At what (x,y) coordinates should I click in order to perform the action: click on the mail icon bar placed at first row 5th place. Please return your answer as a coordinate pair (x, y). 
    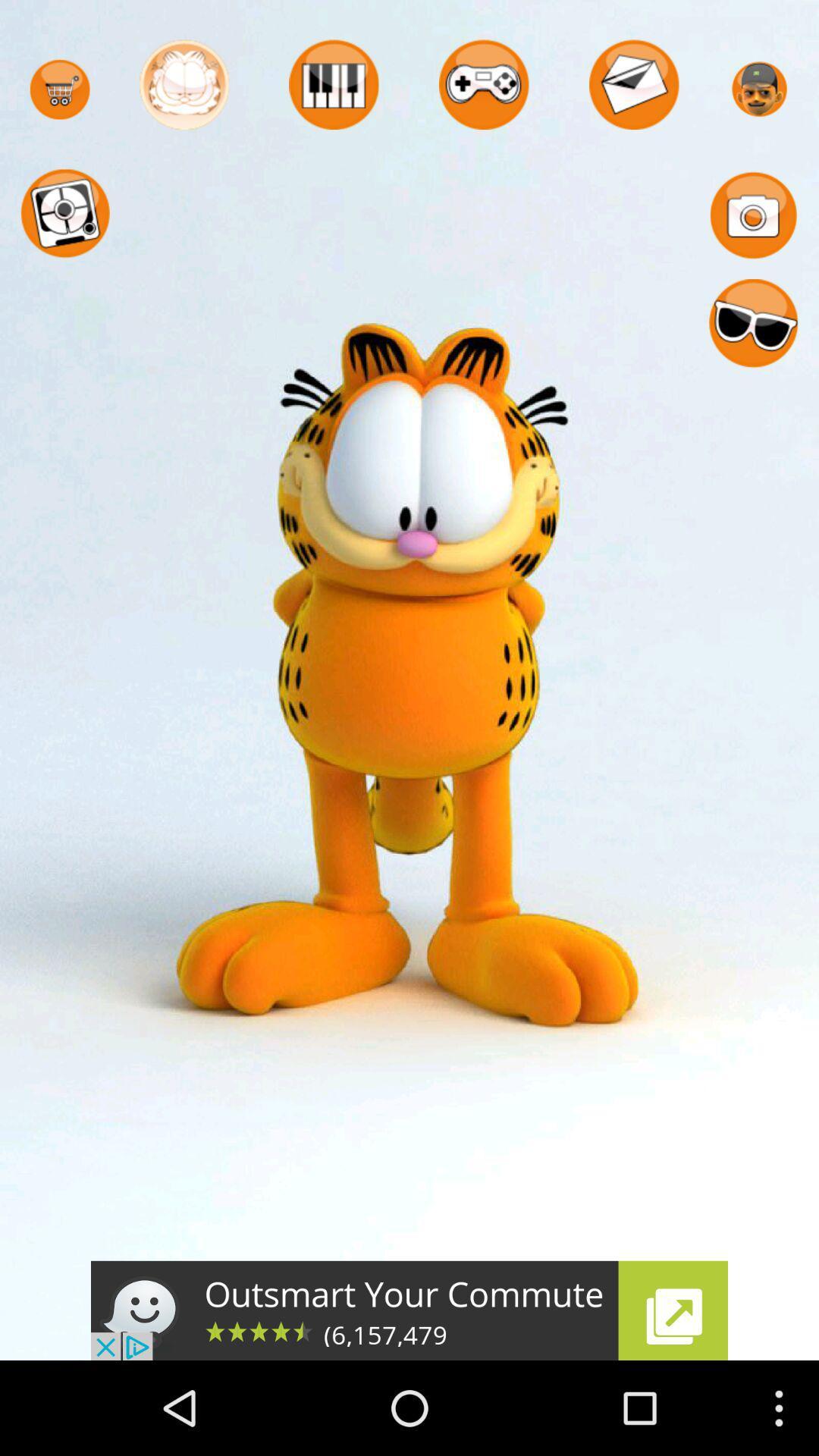
    Looking at the image, I should click on (634, 83).